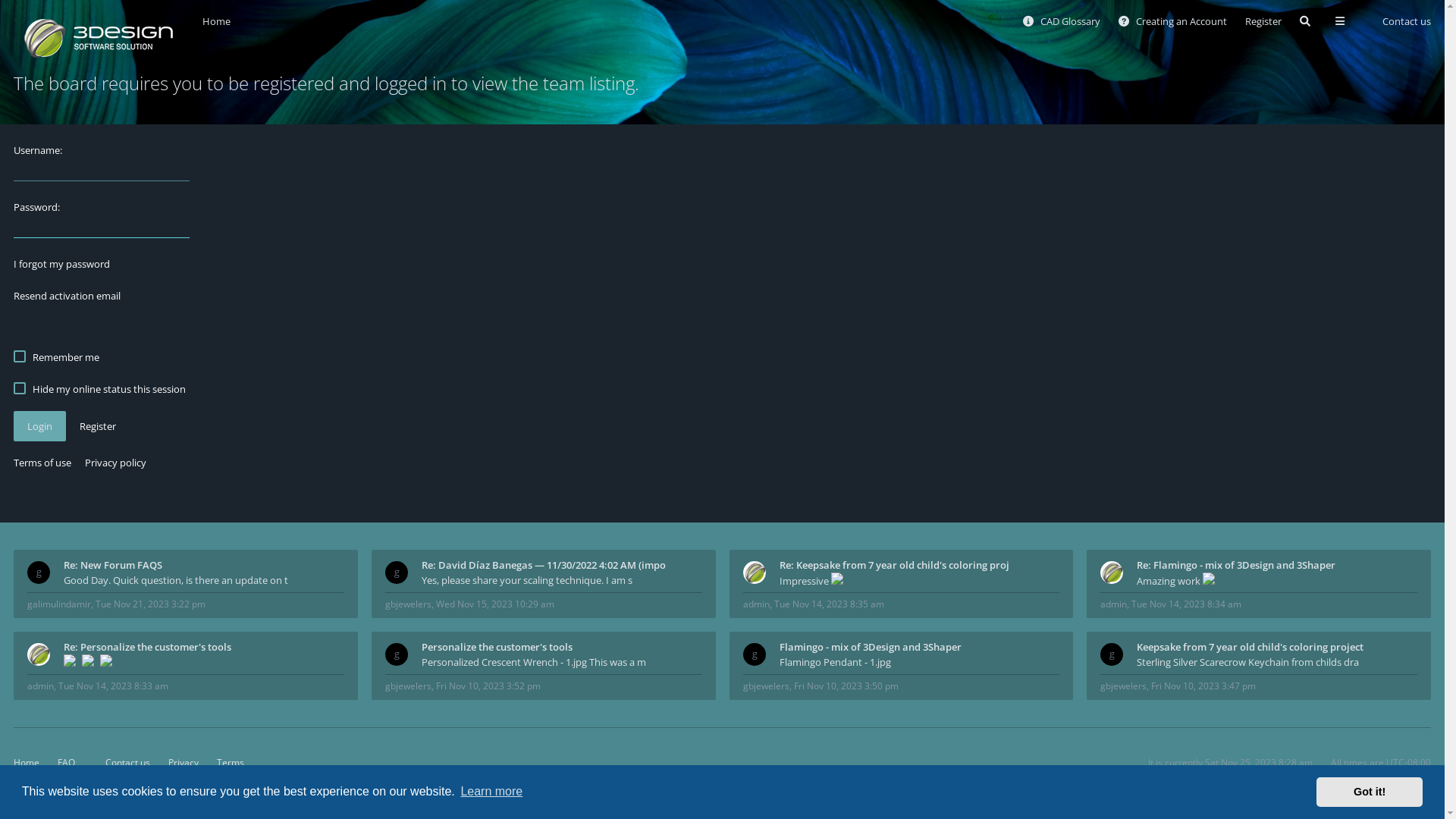 Image resolution: width=1456 pixels, height=819 pixels. I want to click on 'Login', so click(14, 426).